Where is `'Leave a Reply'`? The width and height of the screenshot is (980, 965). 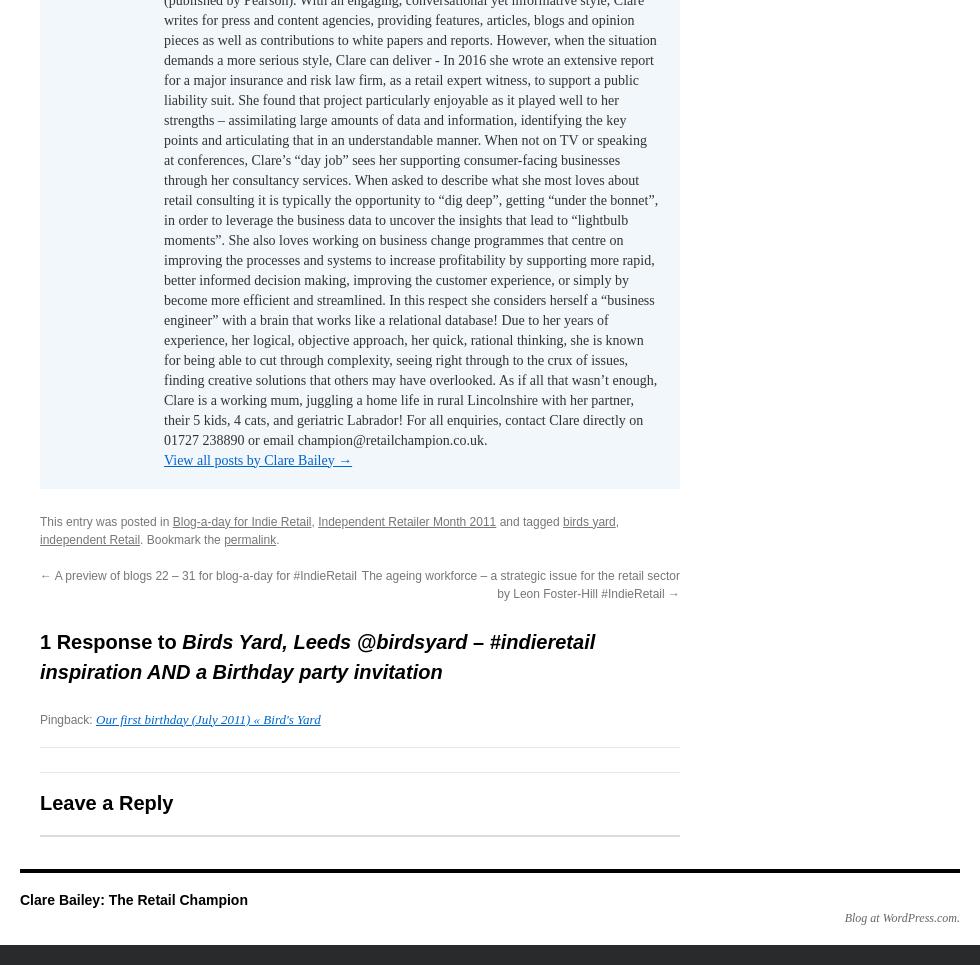
'Leave a Reply' is located at coordinates (106, 802).